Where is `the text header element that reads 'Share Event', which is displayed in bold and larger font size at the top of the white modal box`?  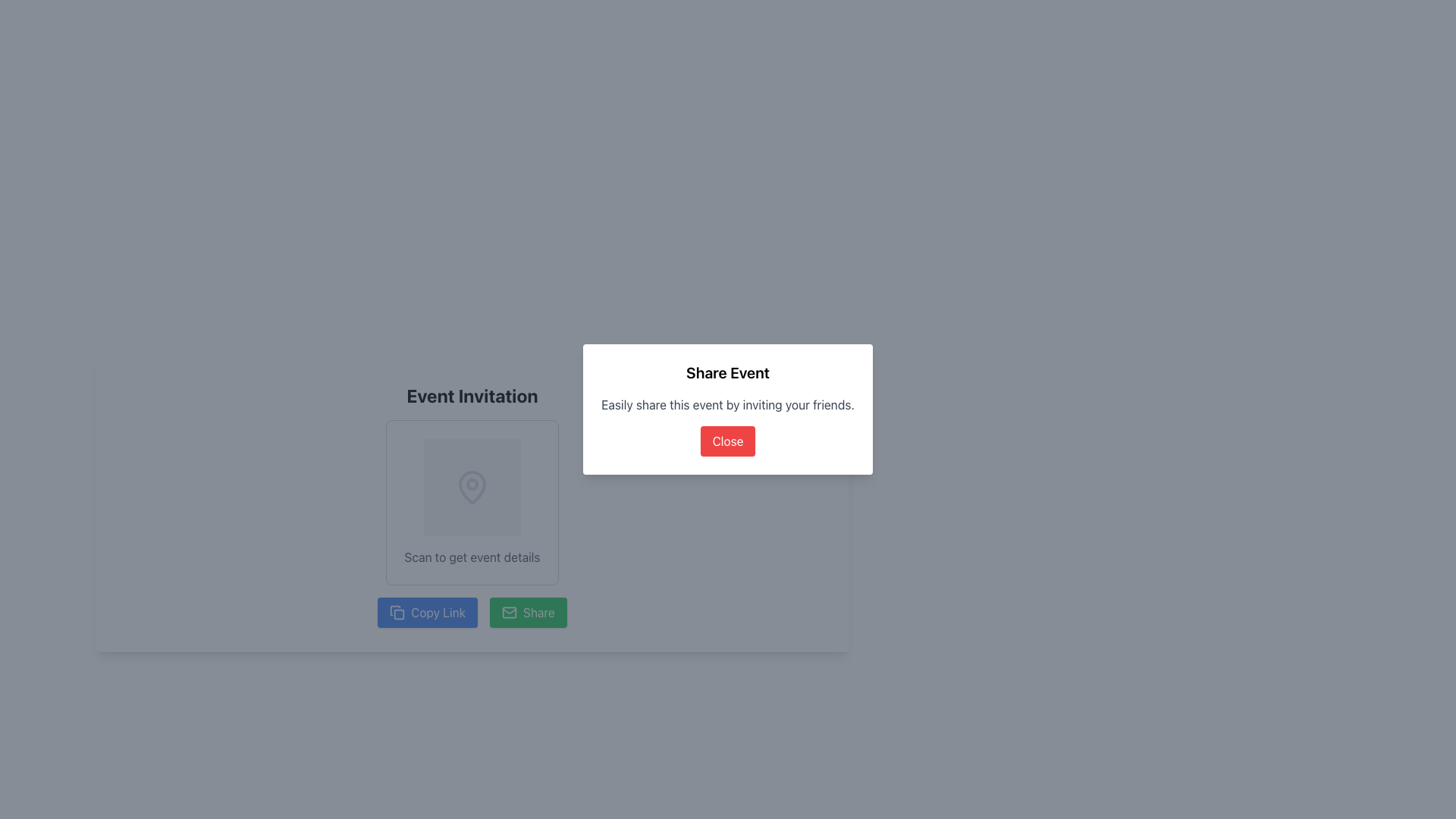 the text header element that reads 'Share Event', which is displayed in bold and larger font size at the top of the white modal box is located at coordinates (728, 373).